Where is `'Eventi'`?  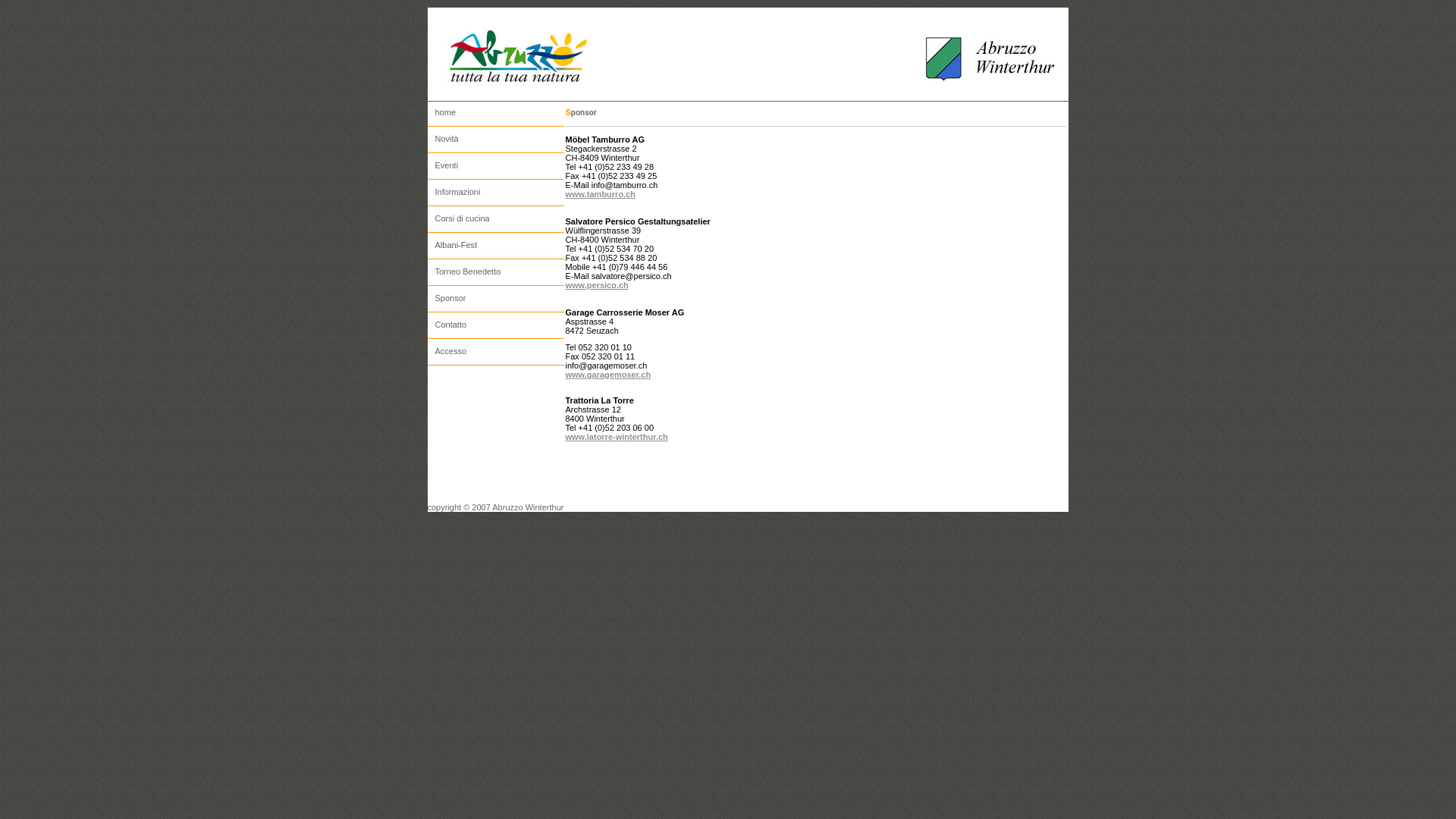
'Eventi' is located at coordinates (495, 167).